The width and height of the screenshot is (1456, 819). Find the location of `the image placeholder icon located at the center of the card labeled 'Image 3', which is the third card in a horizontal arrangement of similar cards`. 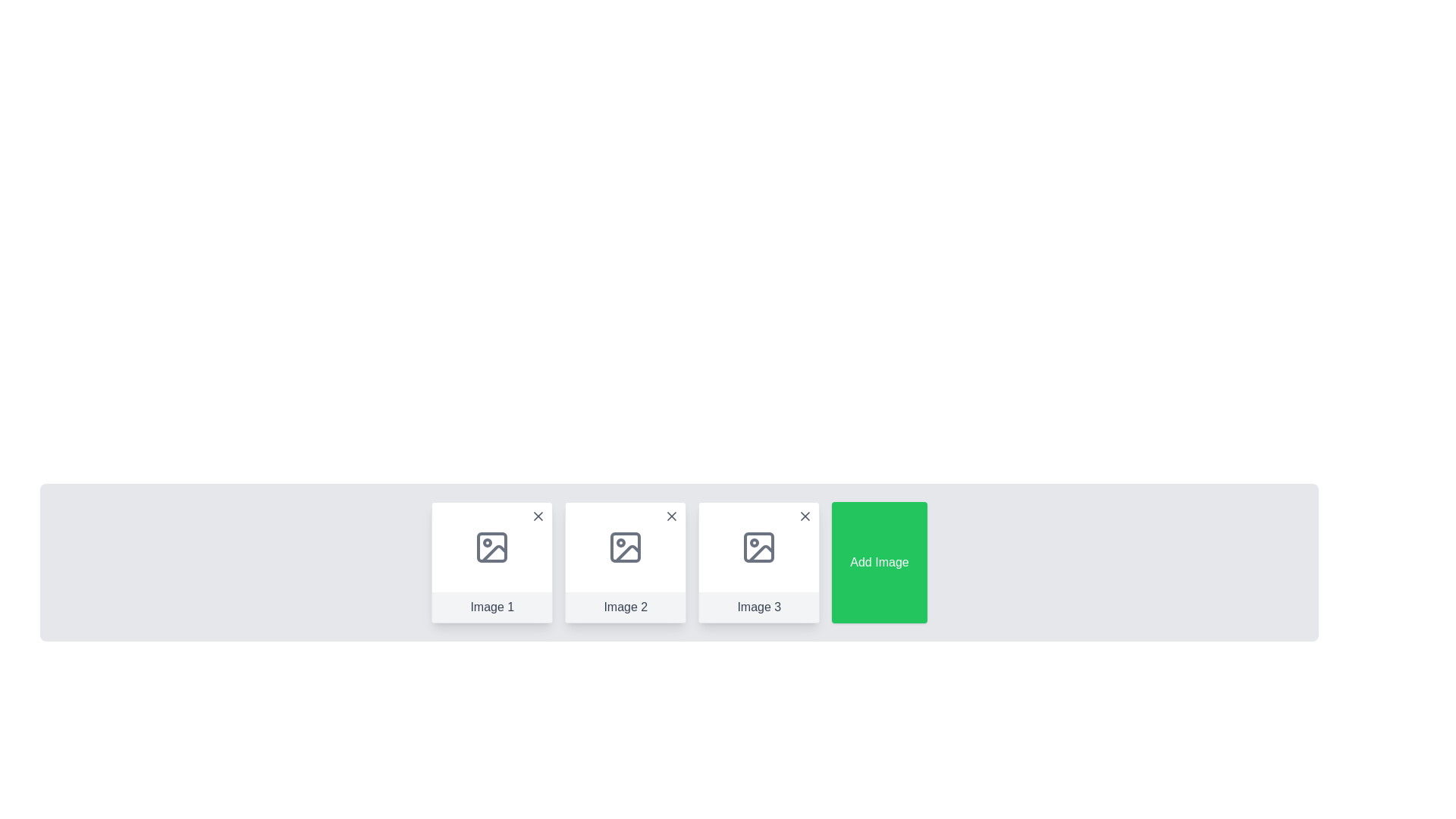

the image placeholder icon located at the center of the card labeled 'Image 3', which is the third card in a horizontal arrangement of similar cards is located at coordinates (759, 547).